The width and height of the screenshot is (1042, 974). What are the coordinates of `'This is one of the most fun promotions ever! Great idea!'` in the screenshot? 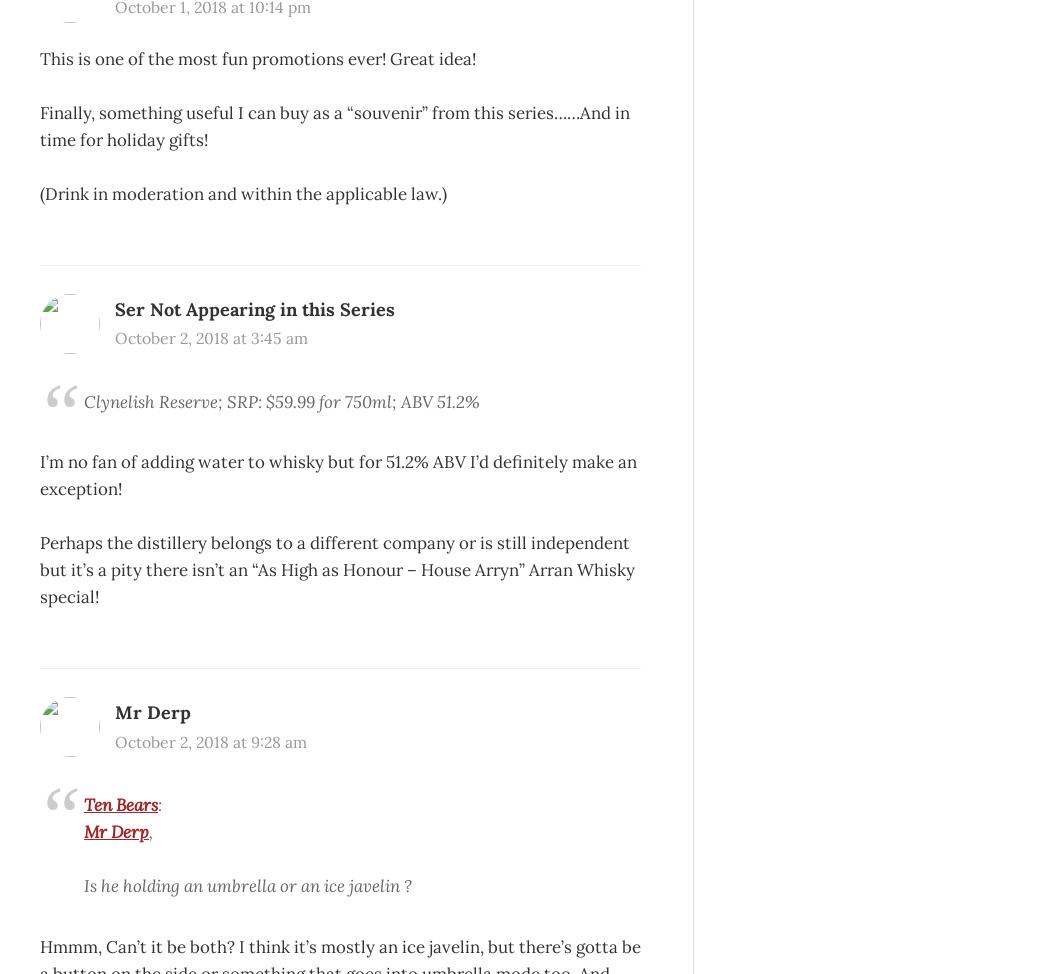 It's located at (256, 57).